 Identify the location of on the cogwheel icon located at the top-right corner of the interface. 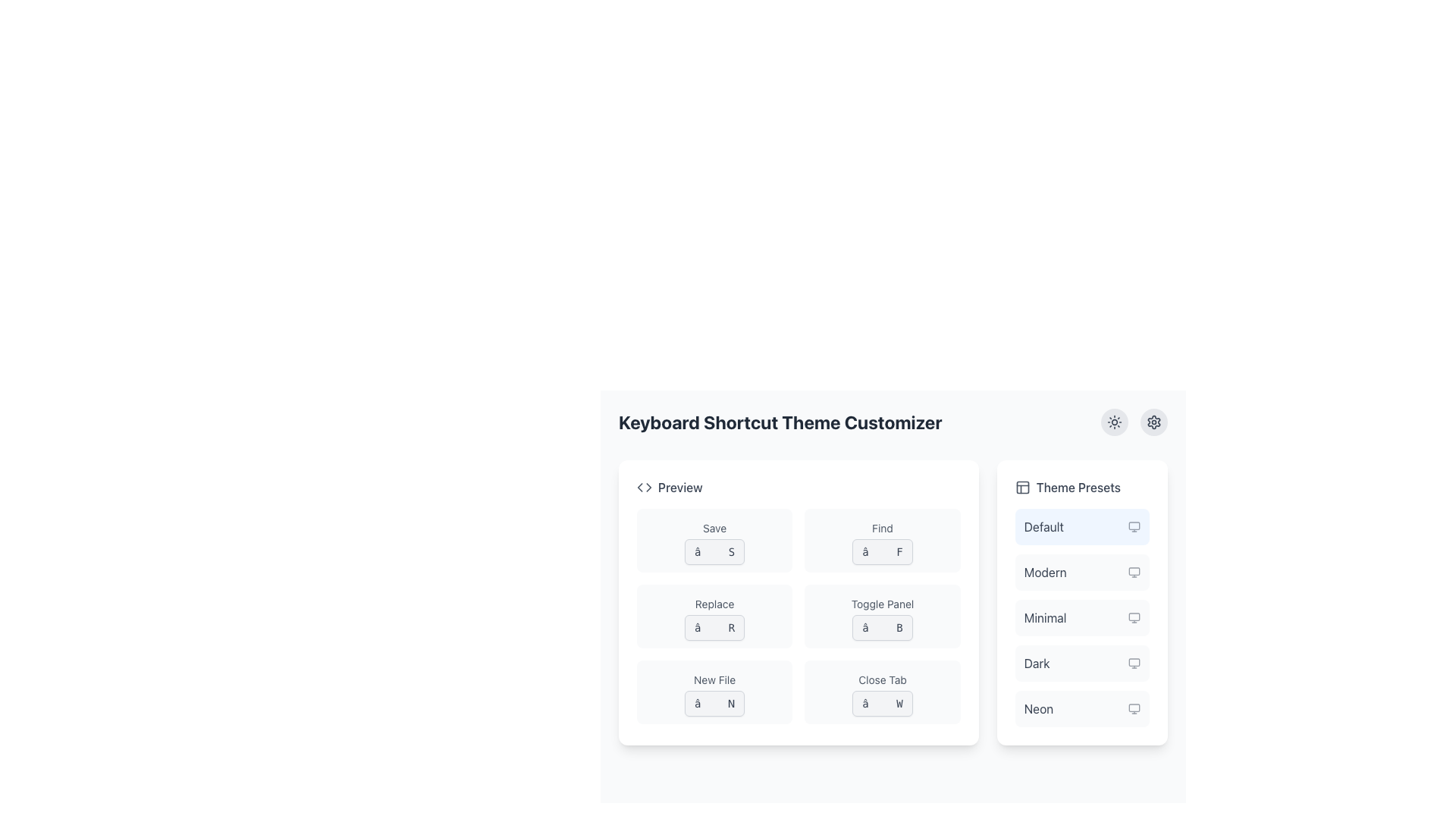
(1153, 422).